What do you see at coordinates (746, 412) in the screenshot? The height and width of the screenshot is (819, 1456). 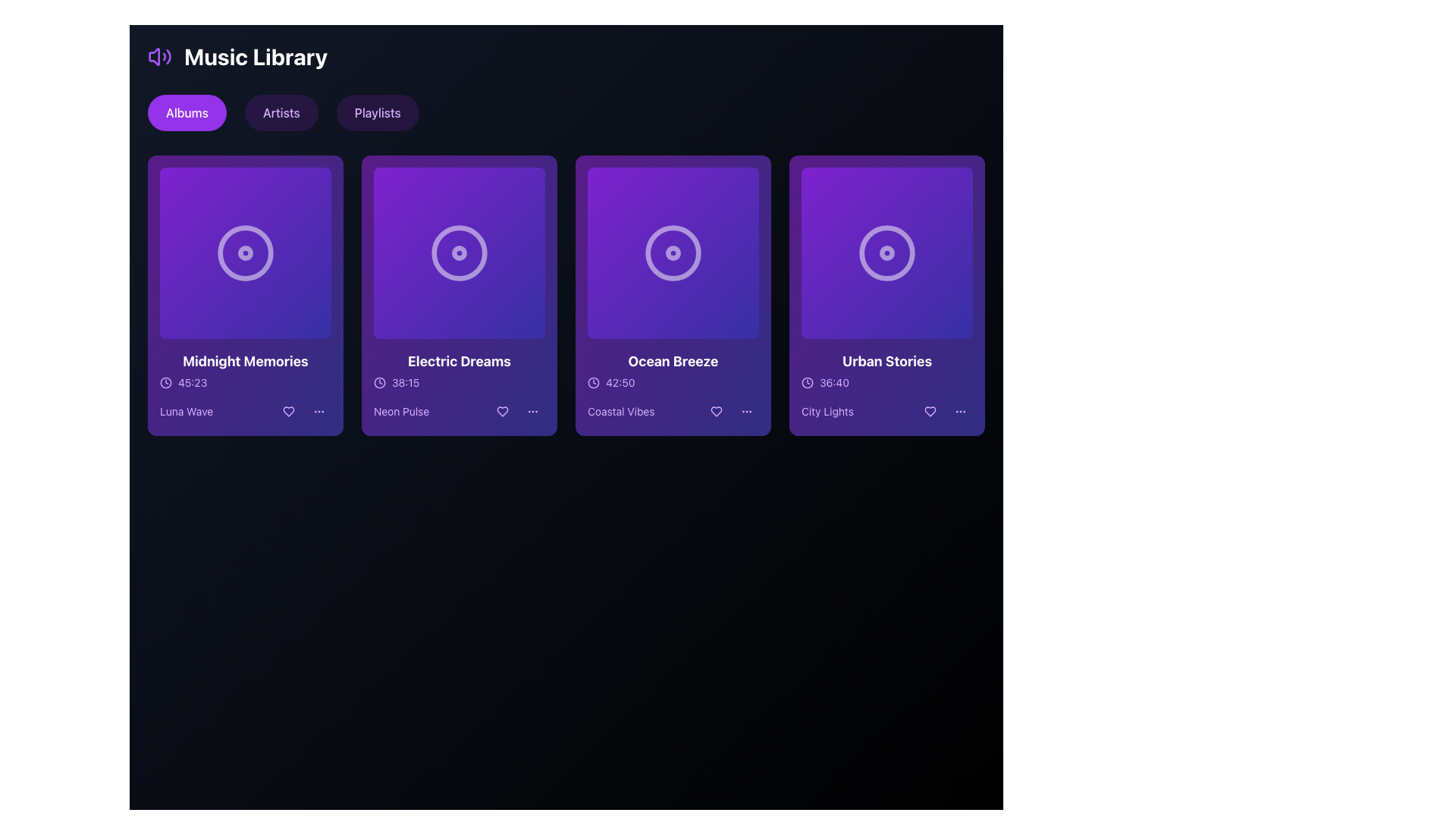 I see `the ellipsis icon with three purple dots located at the bottom-right section of the 'Ocean Breeze' album card` at bounding box center [746, 412].